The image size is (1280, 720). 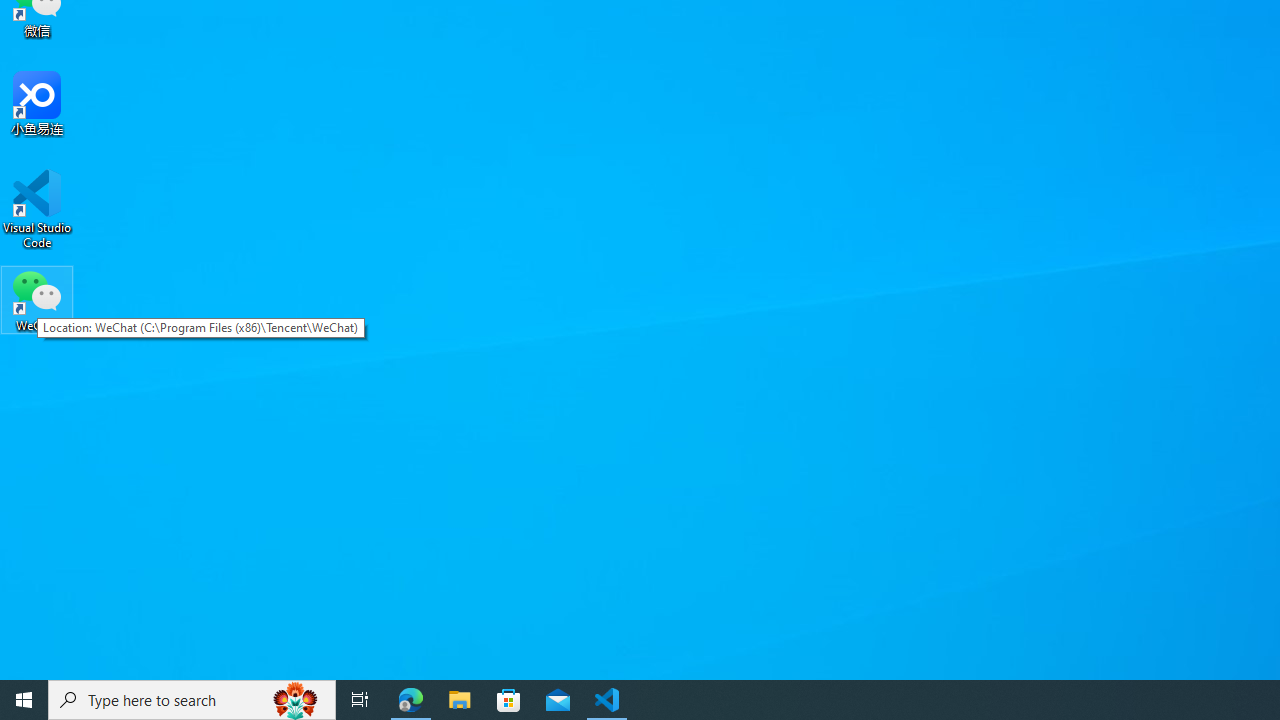 I want to click on 'Microsoft Store', so click(x=509, y=698).